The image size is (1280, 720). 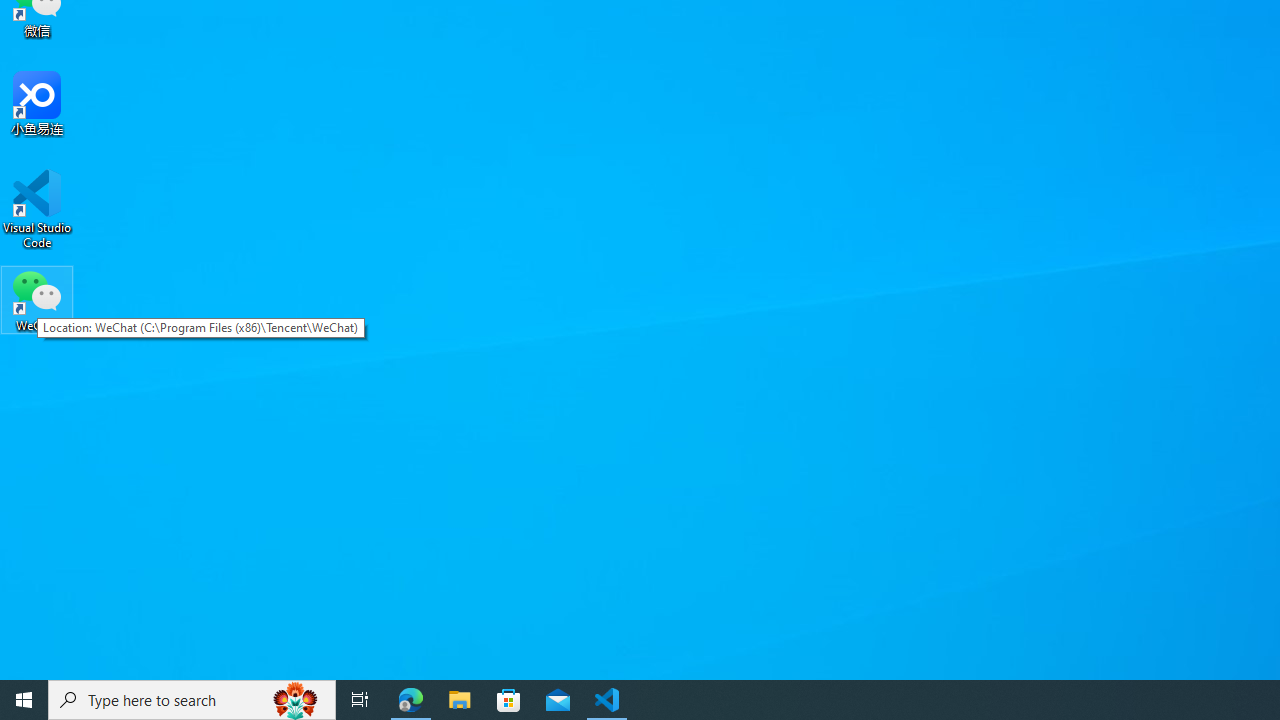 I want to click on 'Microsoft Store', so click(x=509, y=698).